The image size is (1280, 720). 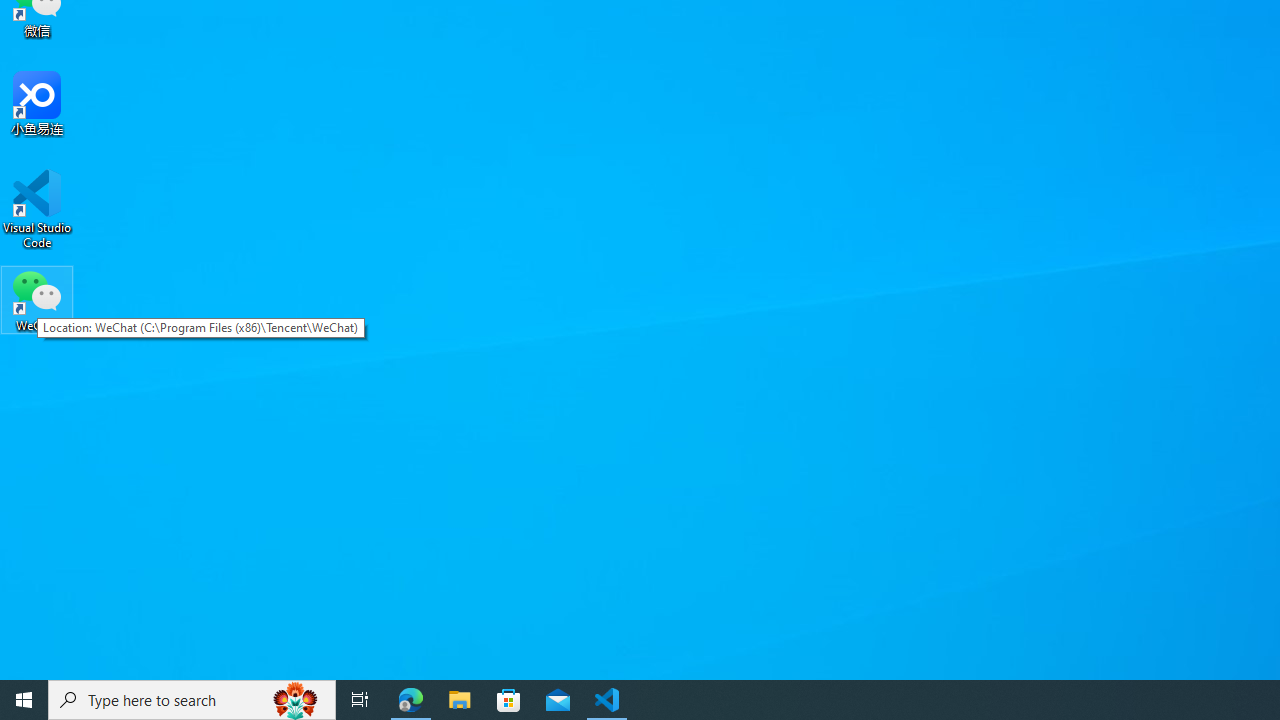 I want to click on 'Microsoft Store', so click(x=509, y=698).